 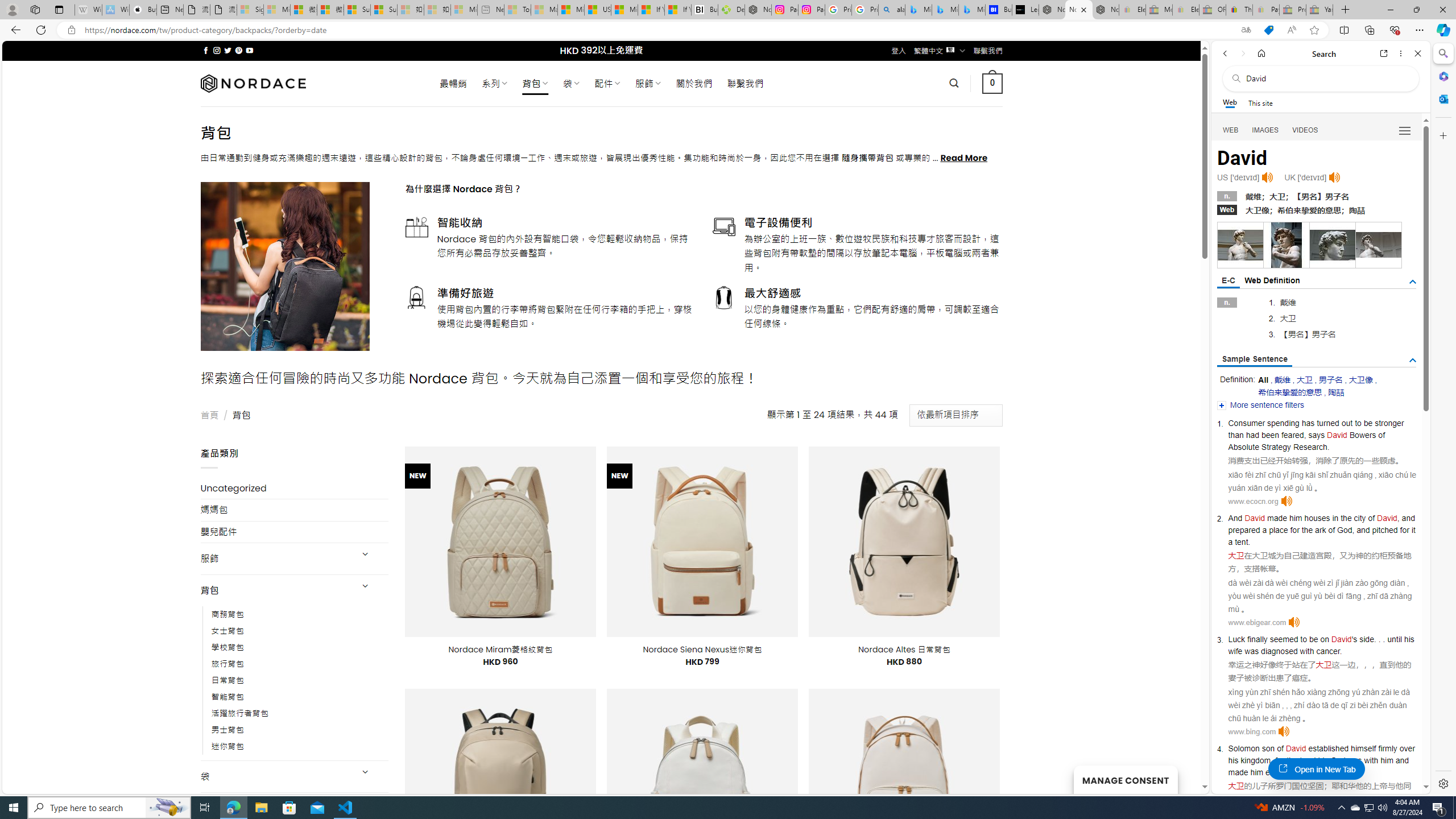 What do you see at coordinates (1388, 422) in the screenshot?
I see `'stronger'` at bounding box center [1388, 422].